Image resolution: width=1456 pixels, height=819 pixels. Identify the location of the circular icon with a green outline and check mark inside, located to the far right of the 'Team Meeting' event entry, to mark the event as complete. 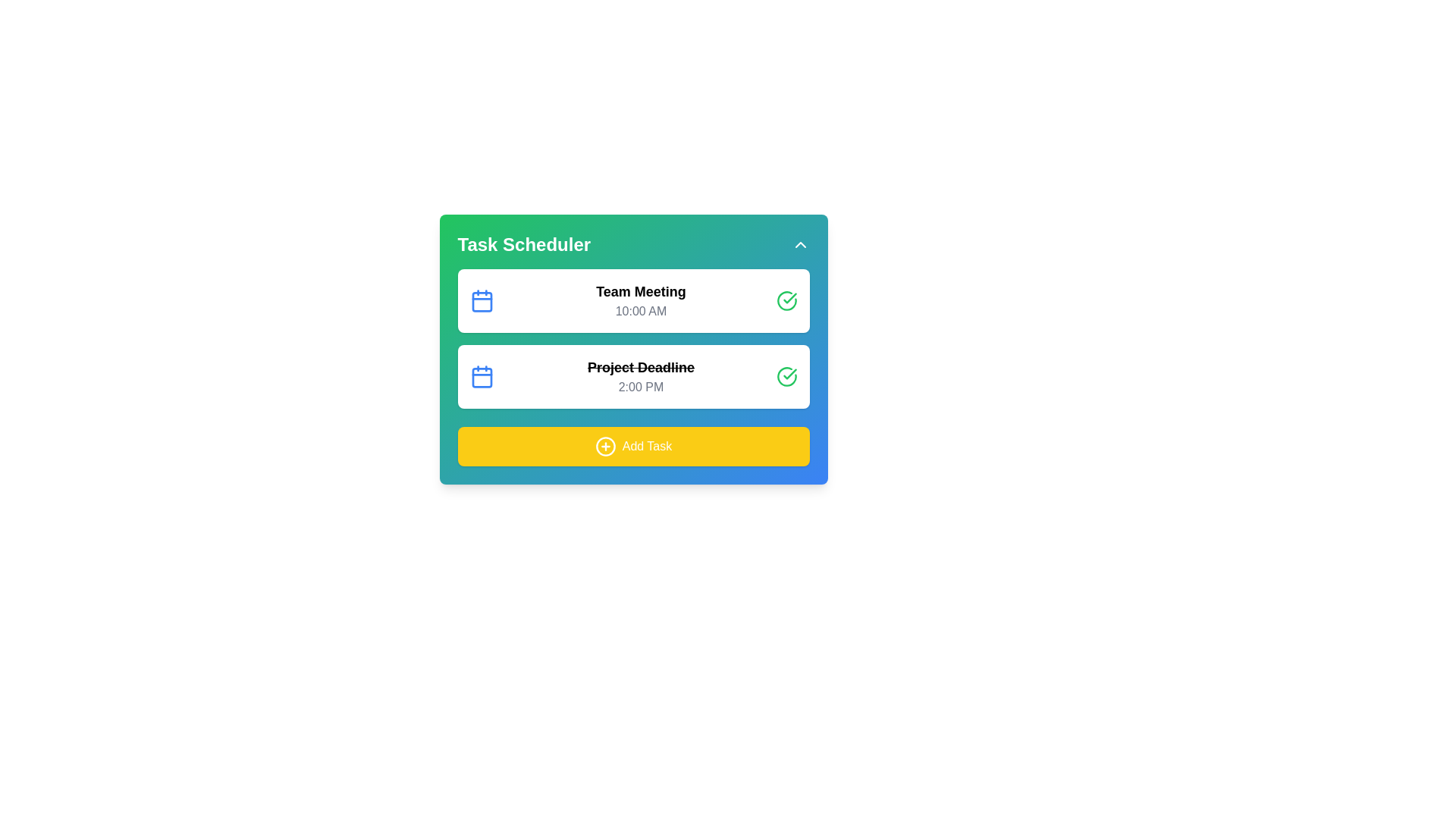
(786, 301).